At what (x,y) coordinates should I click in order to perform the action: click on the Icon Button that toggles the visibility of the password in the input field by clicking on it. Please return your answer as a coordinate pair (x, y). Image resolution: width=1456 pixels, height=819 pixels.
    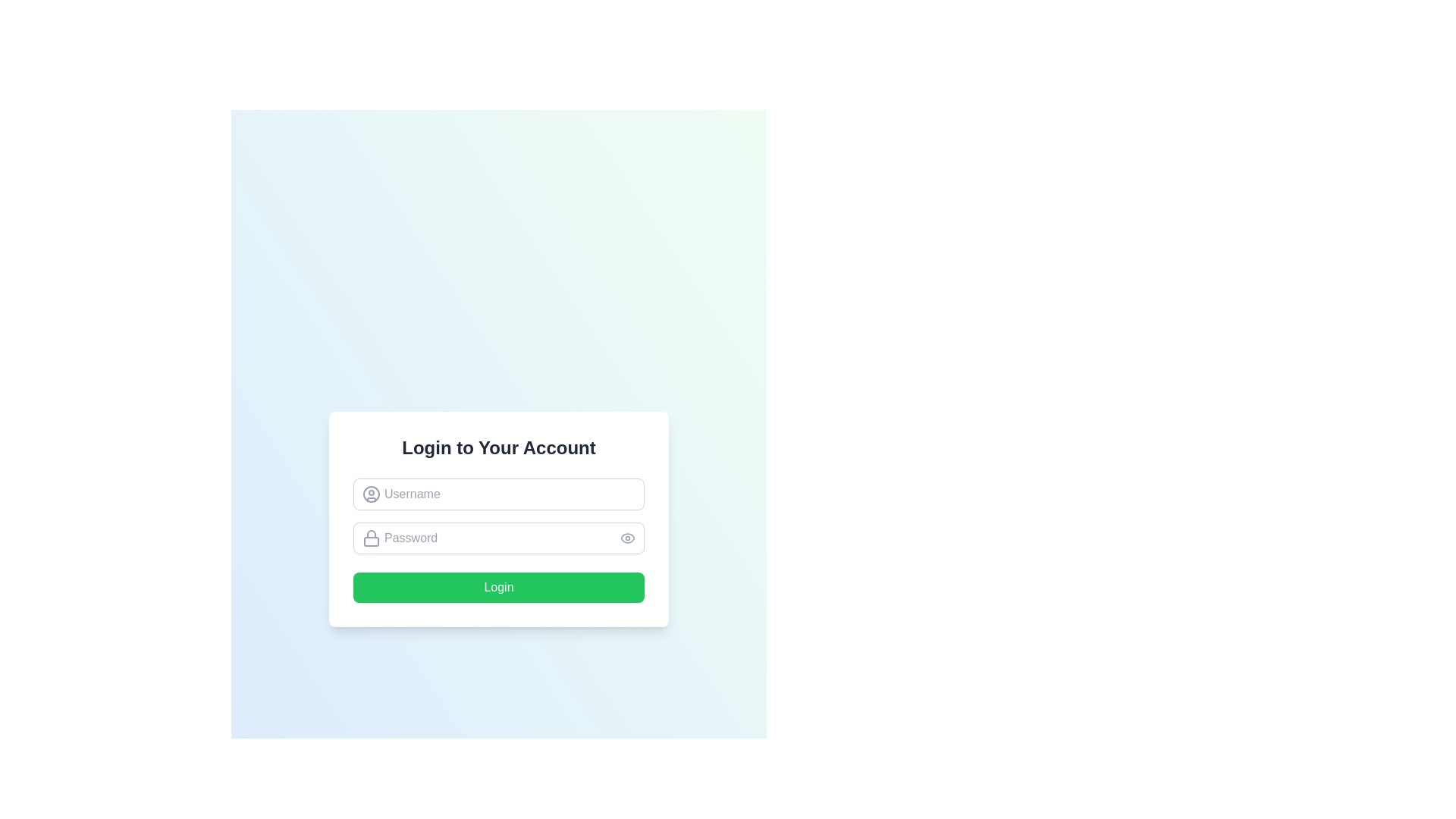
    Looking at the image, I should click on (628, 537).